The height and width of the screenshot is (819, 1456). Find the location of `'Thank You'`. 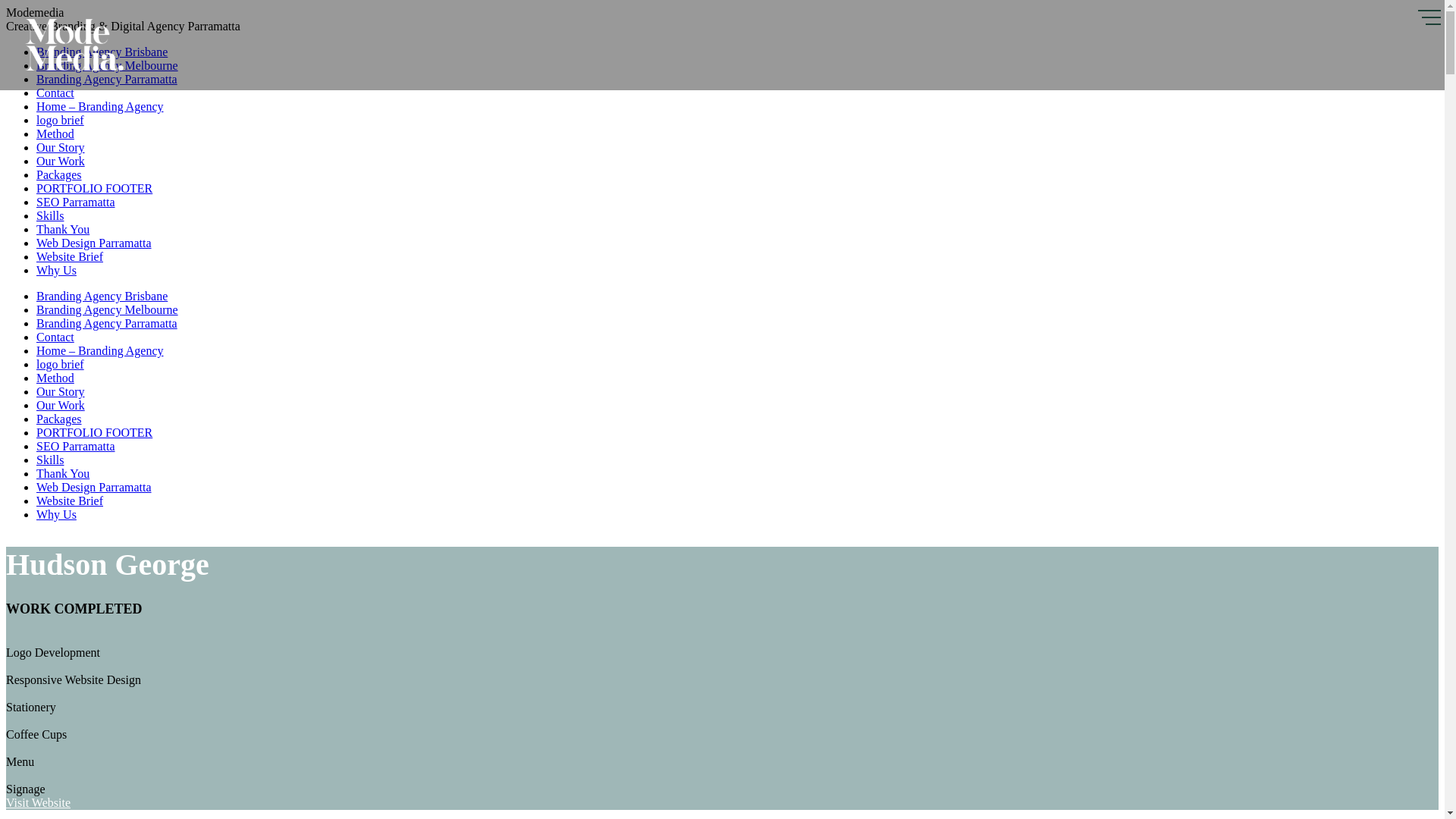

'Thank You' is located at coordinates (61, 472).